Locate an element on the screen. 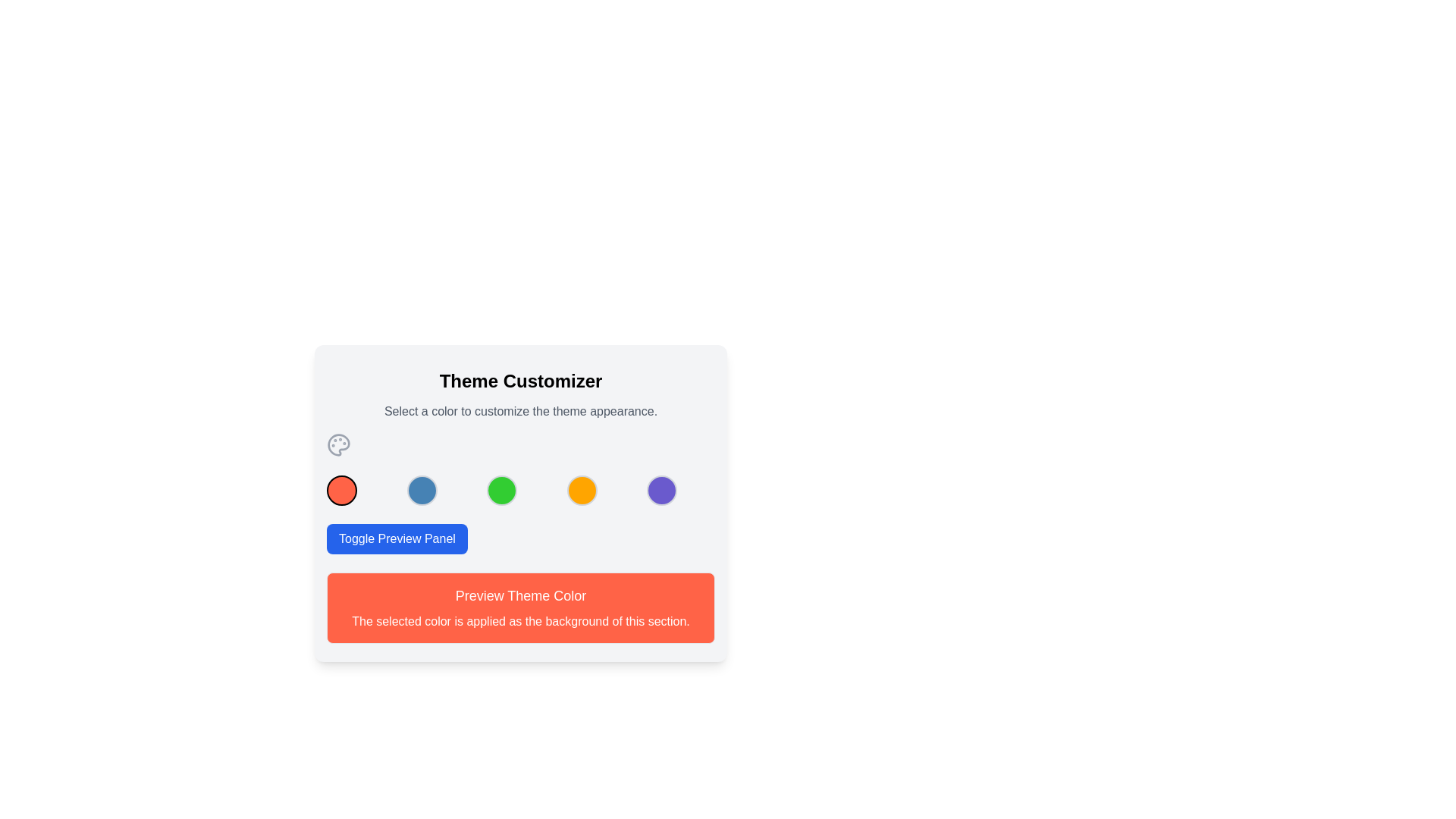 The height and width of the screenshot is (819, 1456). the button that toggles the preview panel on or off, located below the circular color options and above the 'Preview Theme Color' button is located at coordinates (397, 538).